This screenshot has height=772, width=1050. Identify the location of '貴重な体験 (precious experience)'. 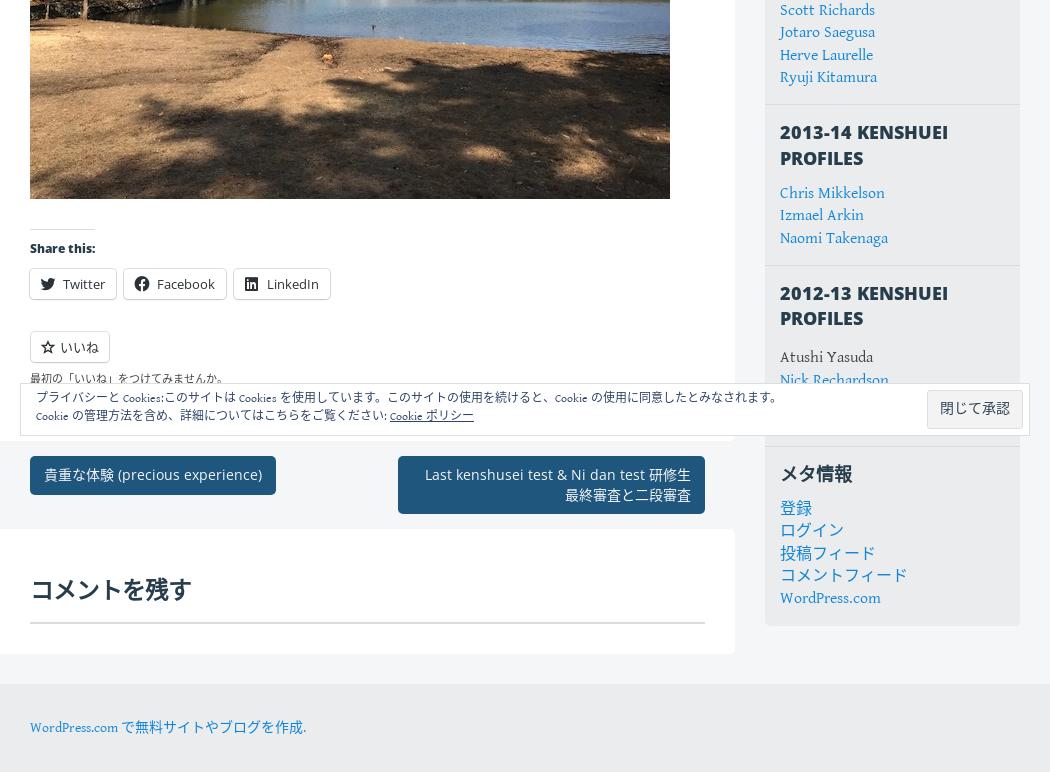
(152, 474).